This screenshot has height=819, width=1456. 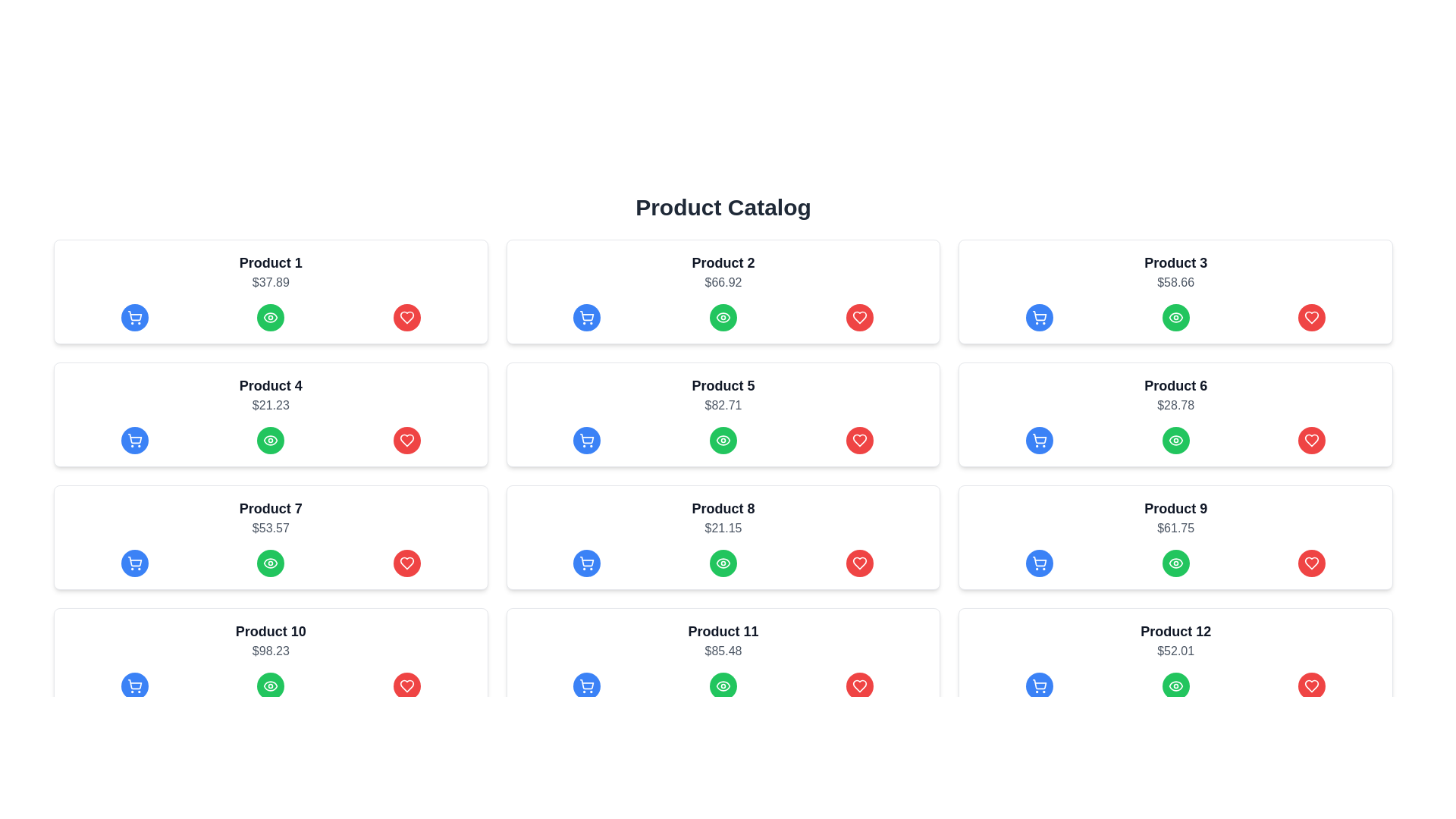 What do you see at coordinates (270, 660) in the screenshot?
I see `the buttons within the product card located in the fourth row and first column of the grid layout, which displays product name and price` at bounding box center [270, 660].